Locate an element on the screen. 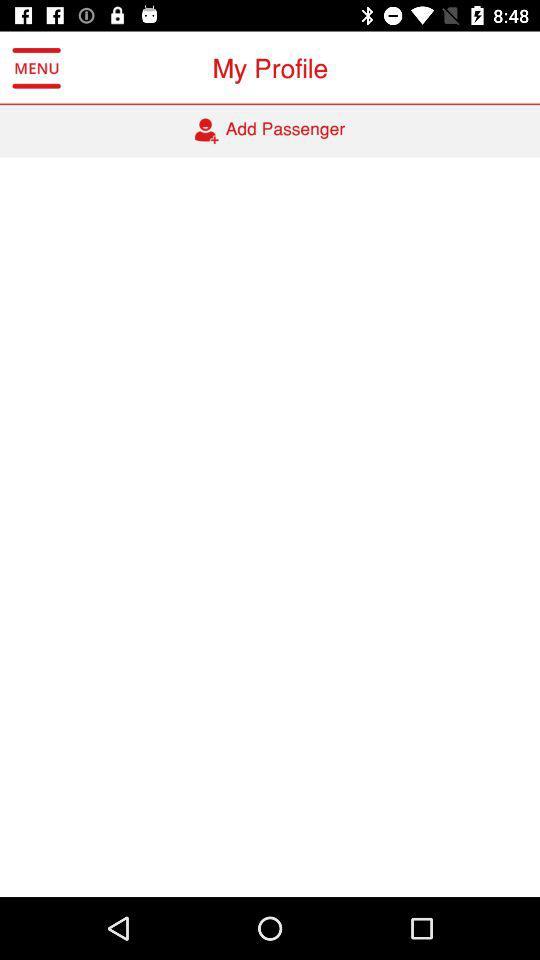  the add passenger is located at coordinates (270, 130).